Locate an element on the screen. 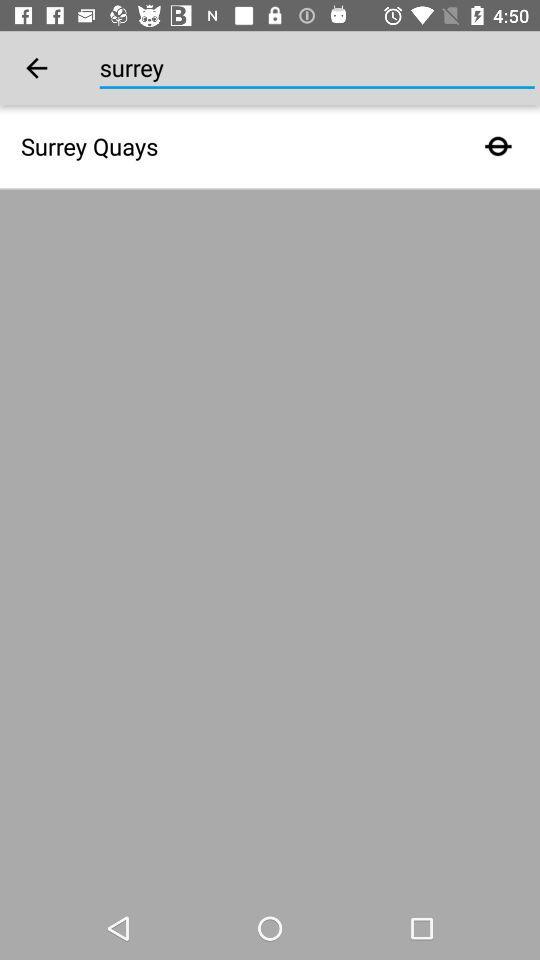 This screenshot has height=960, width=540. the item next to the surrey icon is located at coordinates (36, 68).